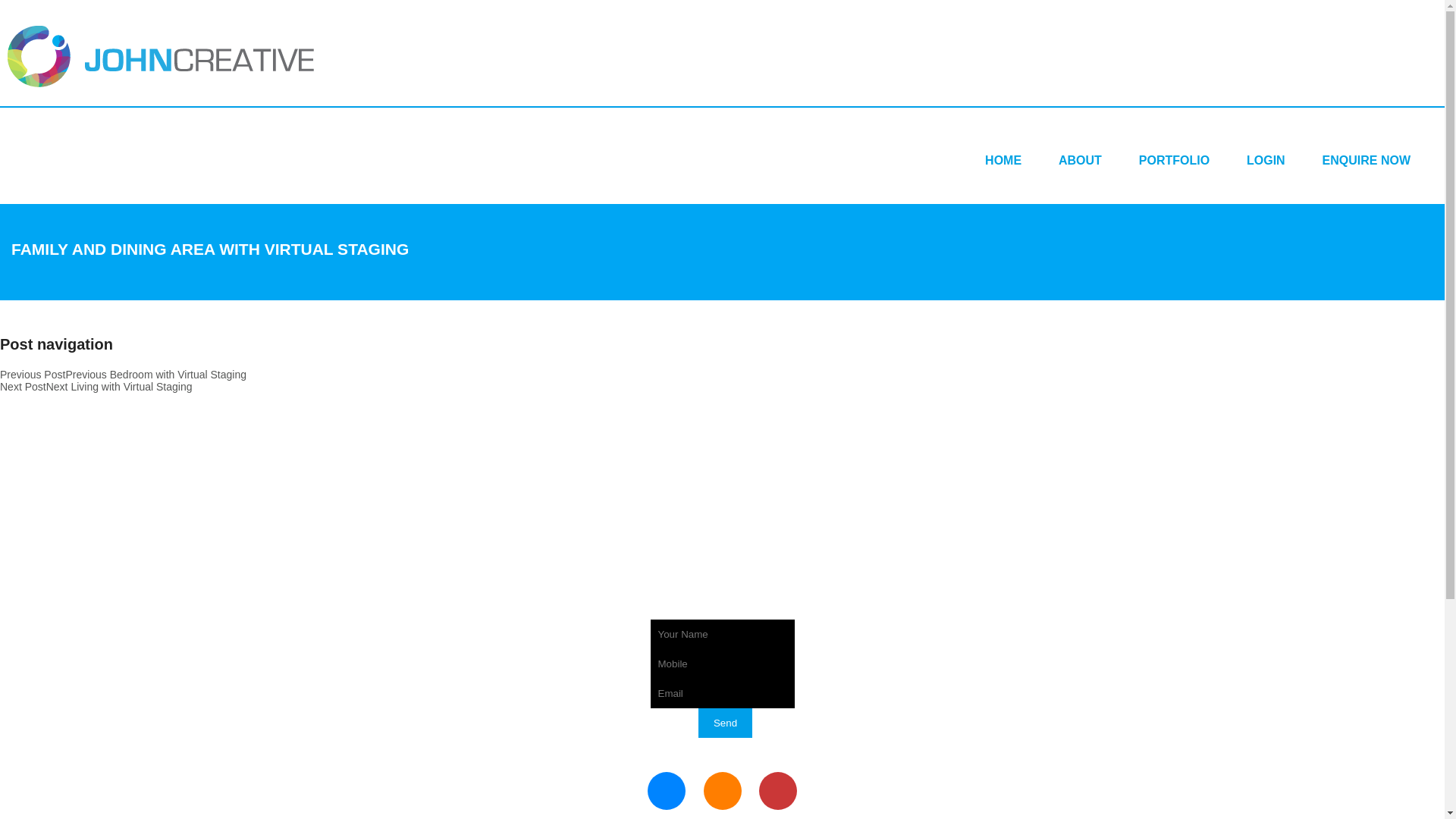 This screenshot has height=819, width=1456. What do you see at coordinates (0, 374) in the screenshot?
I see `'Previous PostPrevious Bedroom with Virtual Staging'` at bounding box center [0, 374].